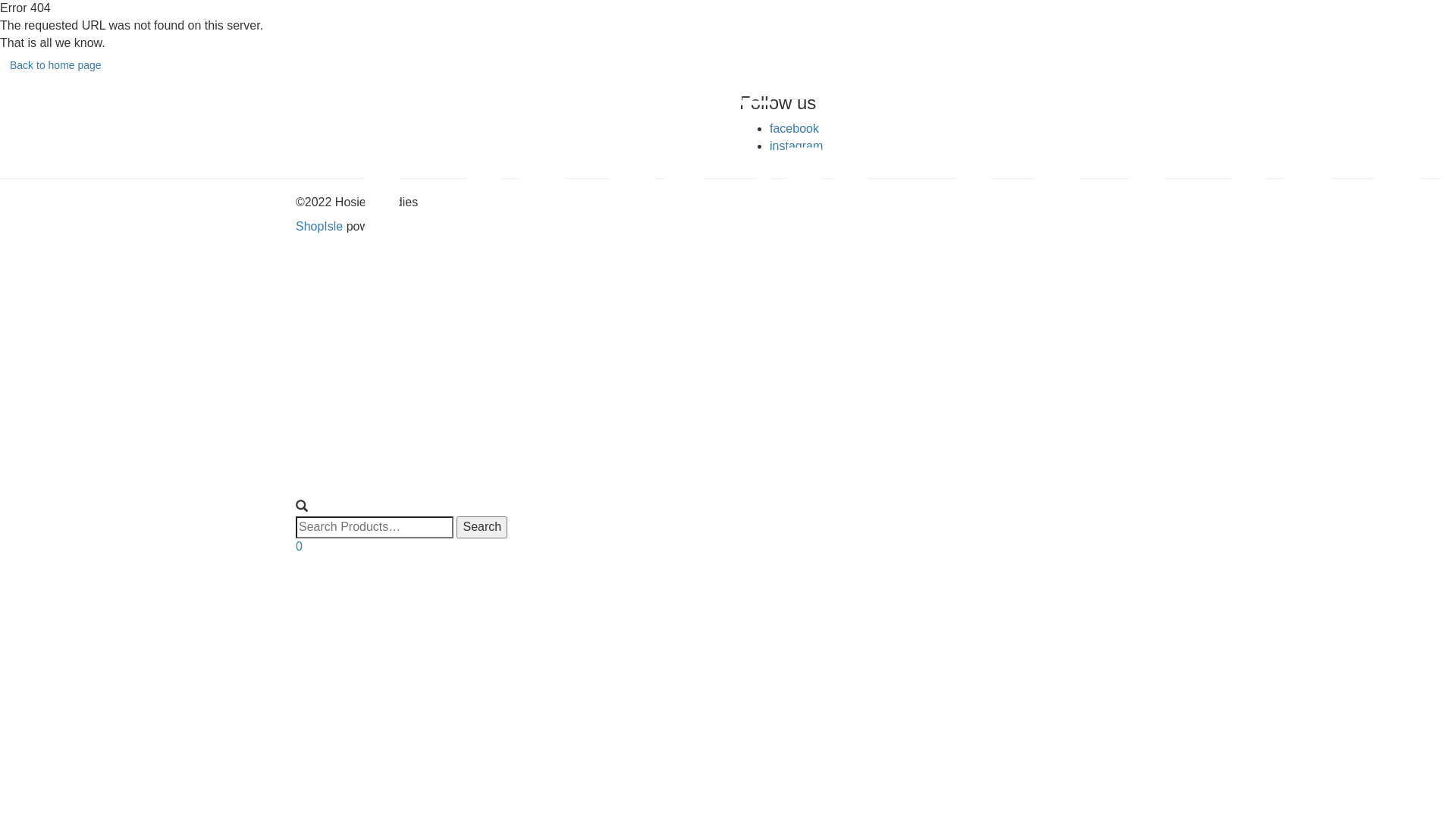  I want to click on '0', so click(295, 546).